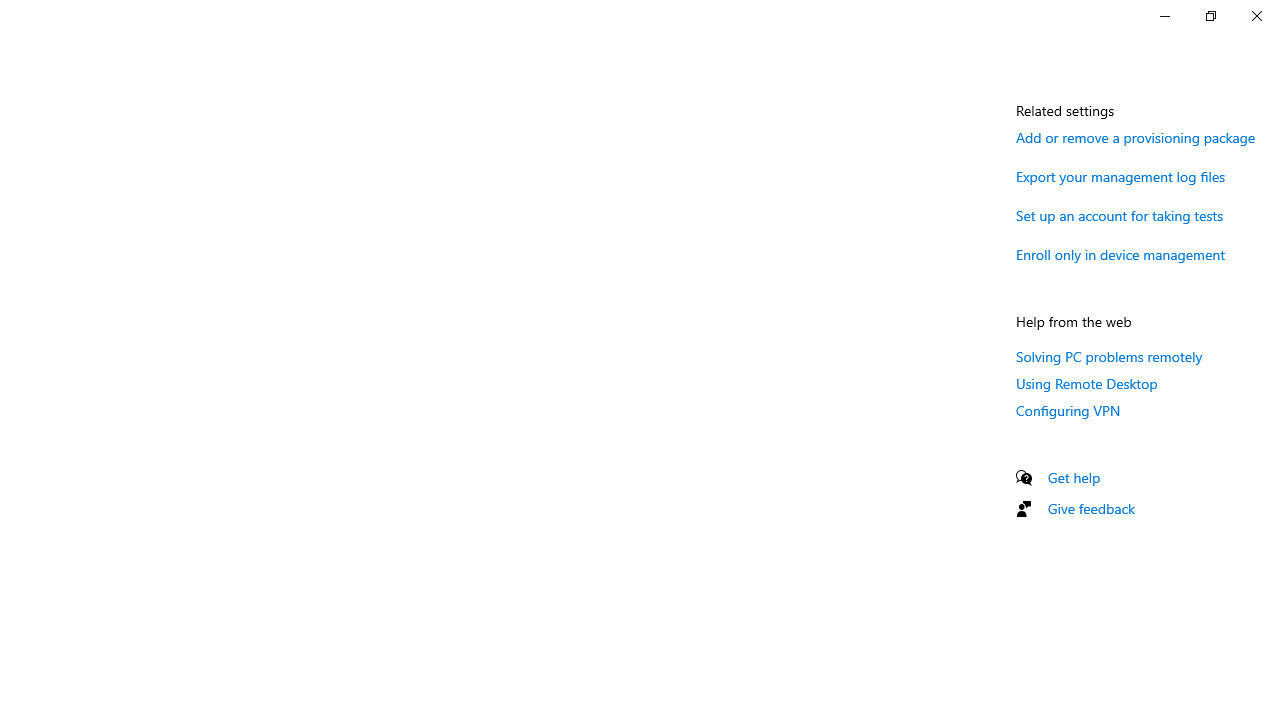 The width and height of the screenshot is (1280, 720). What do you see at coordinates (1108, 355) in the screenshot?
I see `'Solving PC problems remotely'` at bounding box center [1108, 355].